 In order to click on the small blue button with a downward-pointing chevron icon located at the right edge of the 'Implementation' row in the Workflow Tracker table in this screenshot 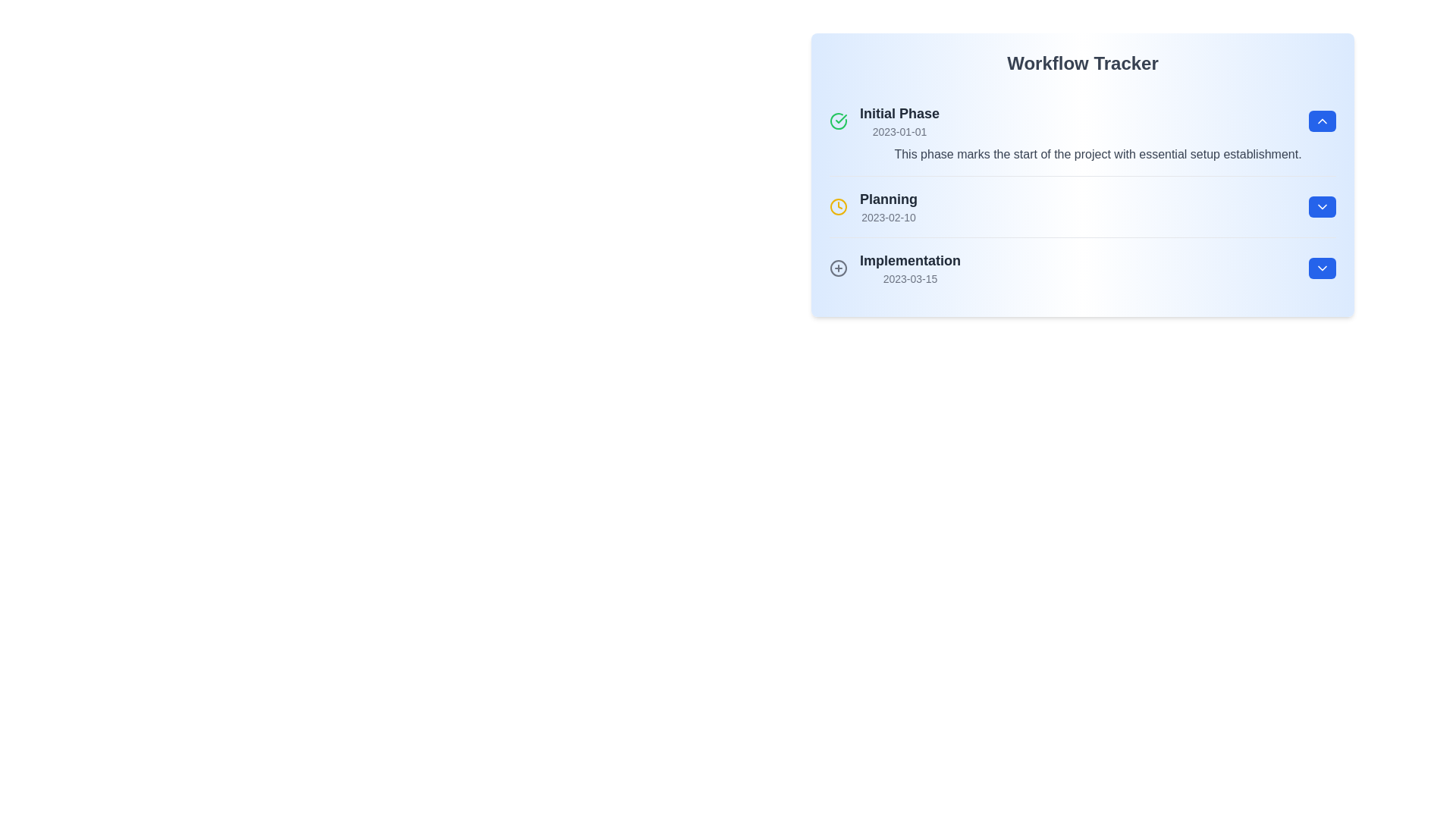, I will do `click(1321, 268)`.